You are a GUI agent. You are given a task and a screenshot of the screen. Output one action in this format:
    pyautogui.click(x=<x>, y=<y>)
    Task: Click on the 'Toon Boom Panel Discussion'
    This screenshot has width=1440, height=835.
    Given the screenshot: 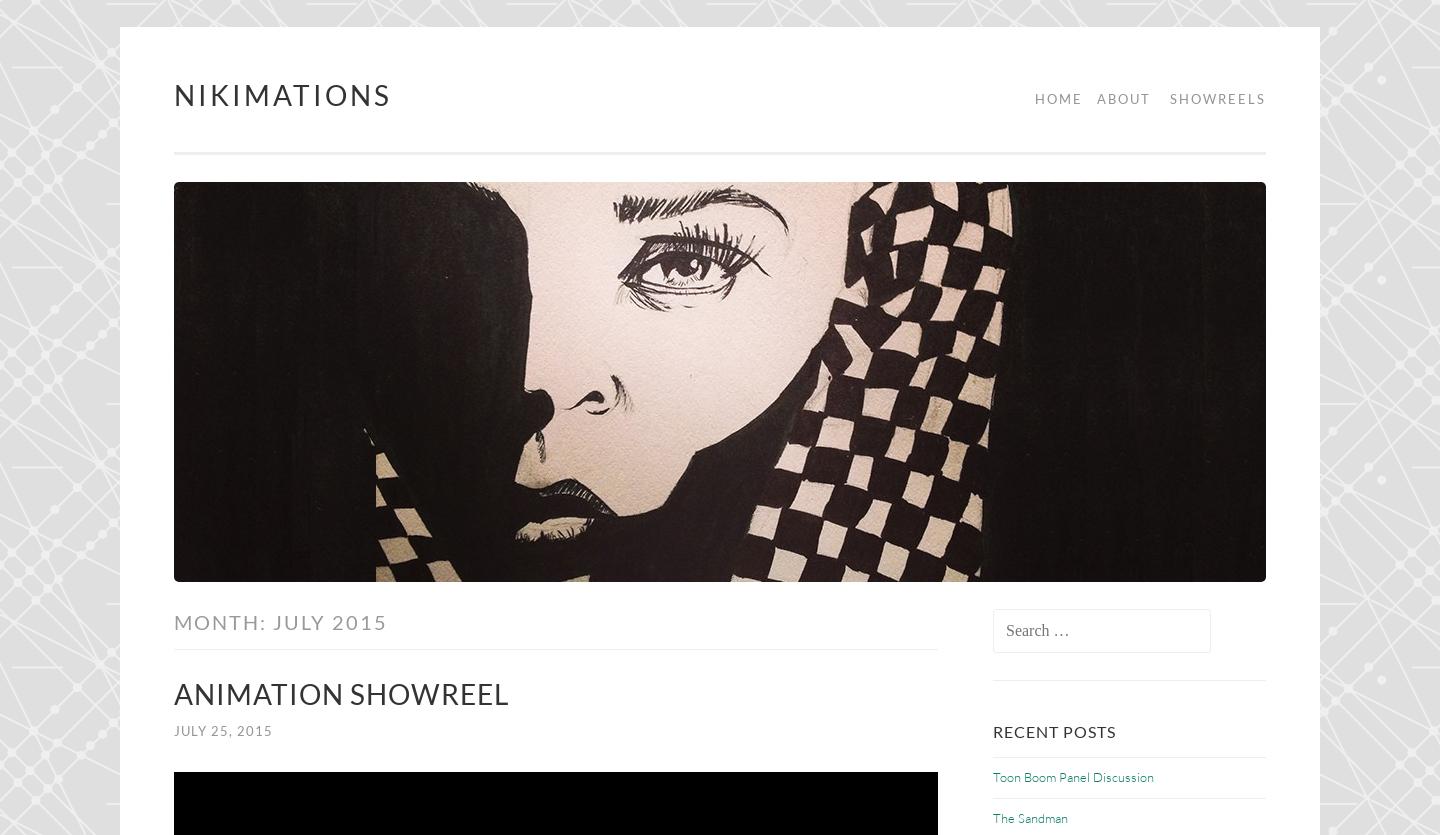 What is the action you would take?
    pyautogui.click(x=1073, y=775)
    